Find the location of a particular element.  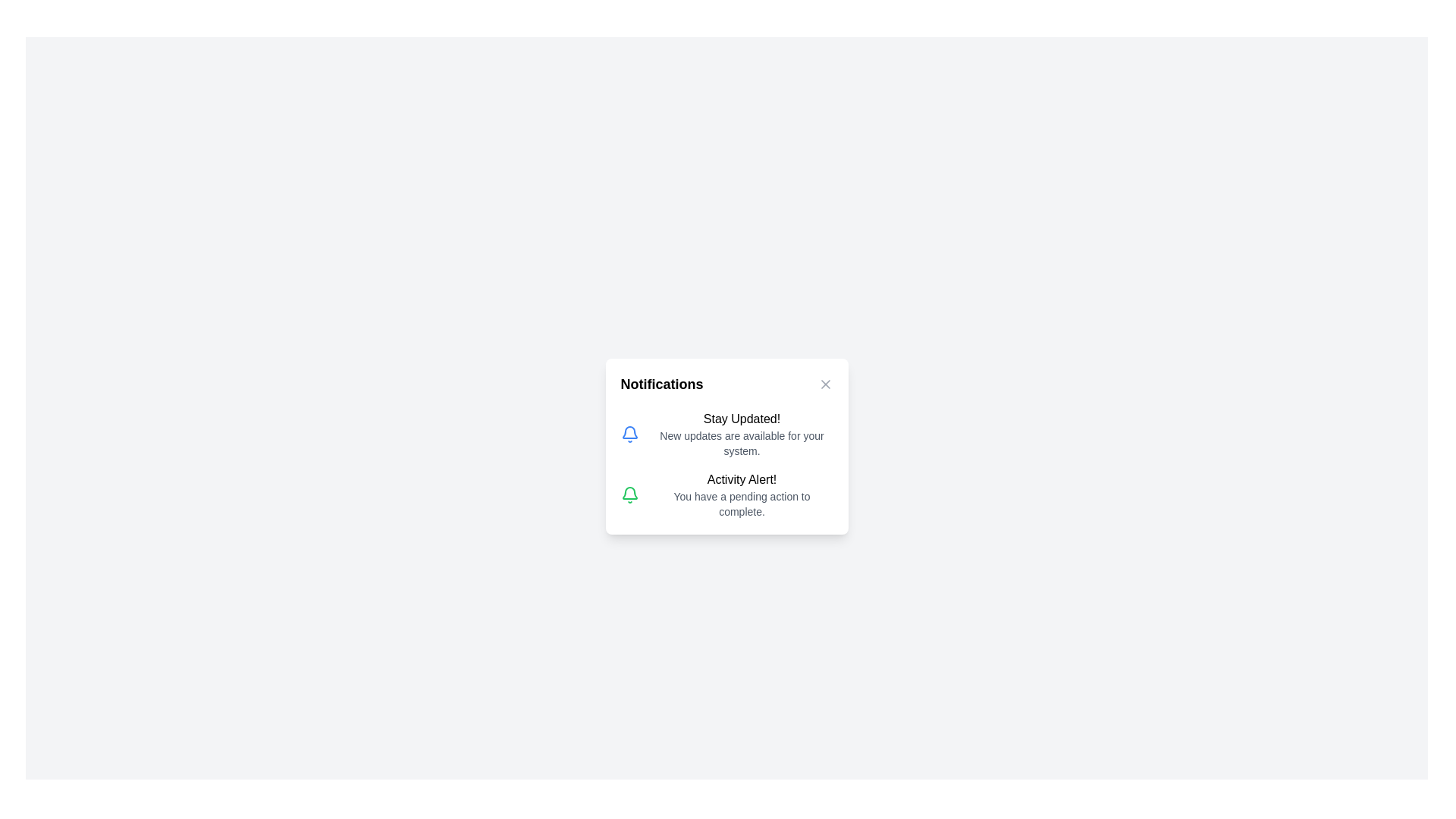

the close button (X) to close the notification dialog is located at coordinates (824, 383).